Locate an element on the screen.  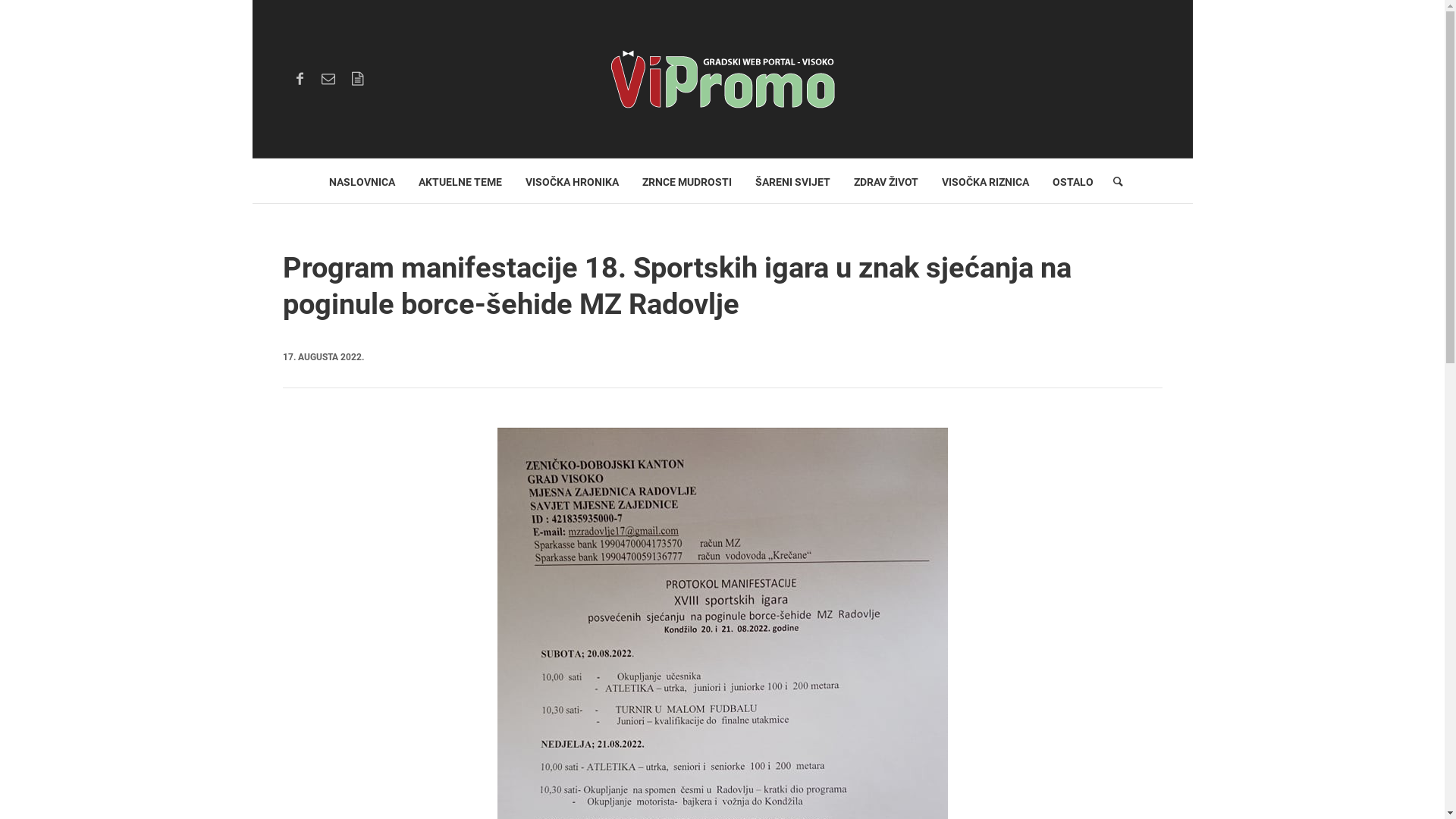
'AKTUELNE TEME' is located at coordinates (459, 180).